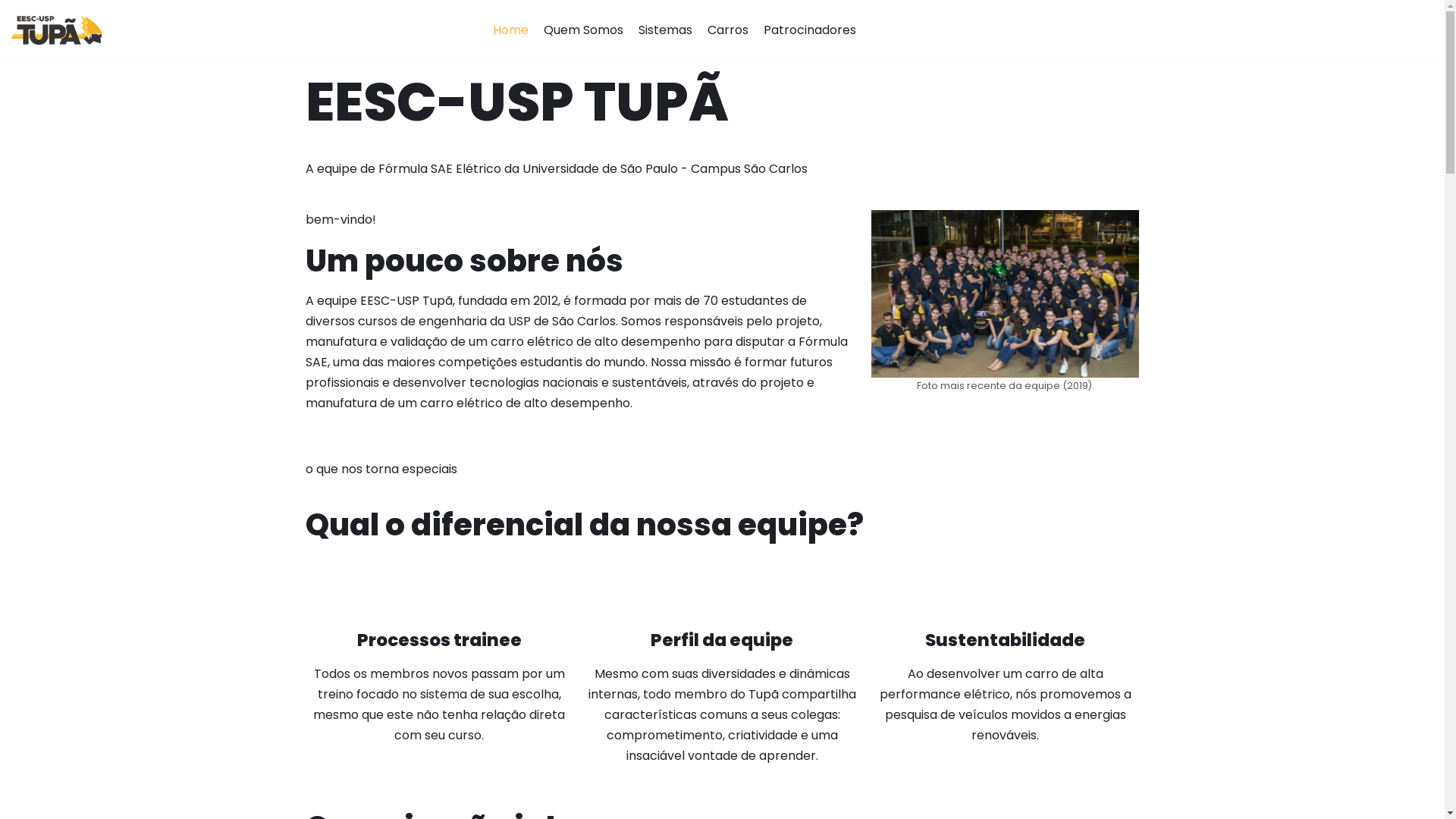 This screenshot has height=819, width=1456. Describe the element at coordinates (582, 30) in the screenshot. I see `'Quem Somos'` at that location.